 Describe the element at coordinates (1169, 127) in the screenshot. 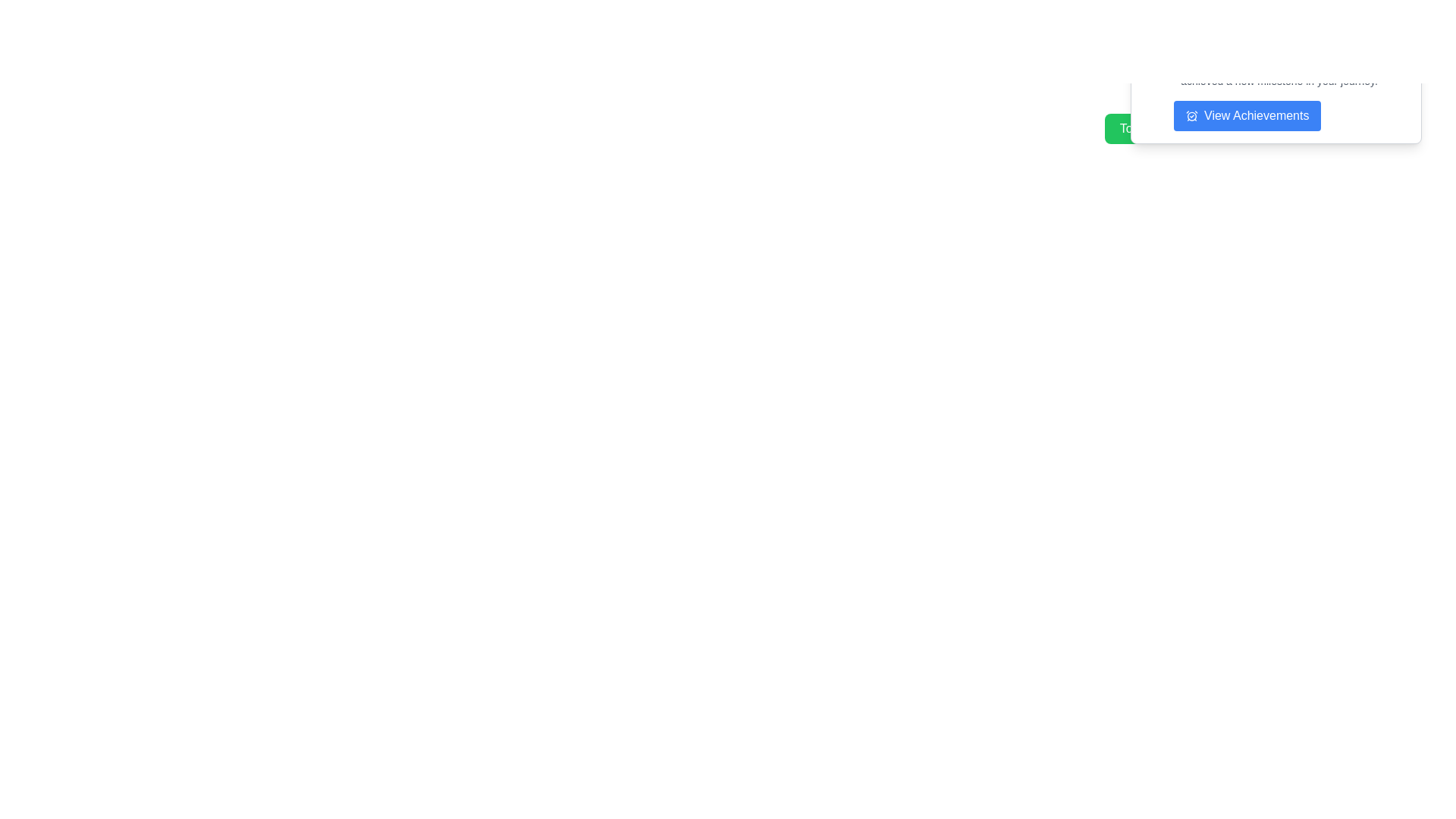

I see `the green 'Toggle Celebration' button with white text, located to the left of the 'View Achievements' button in the bottom section of the celebratory alert component` at that location.